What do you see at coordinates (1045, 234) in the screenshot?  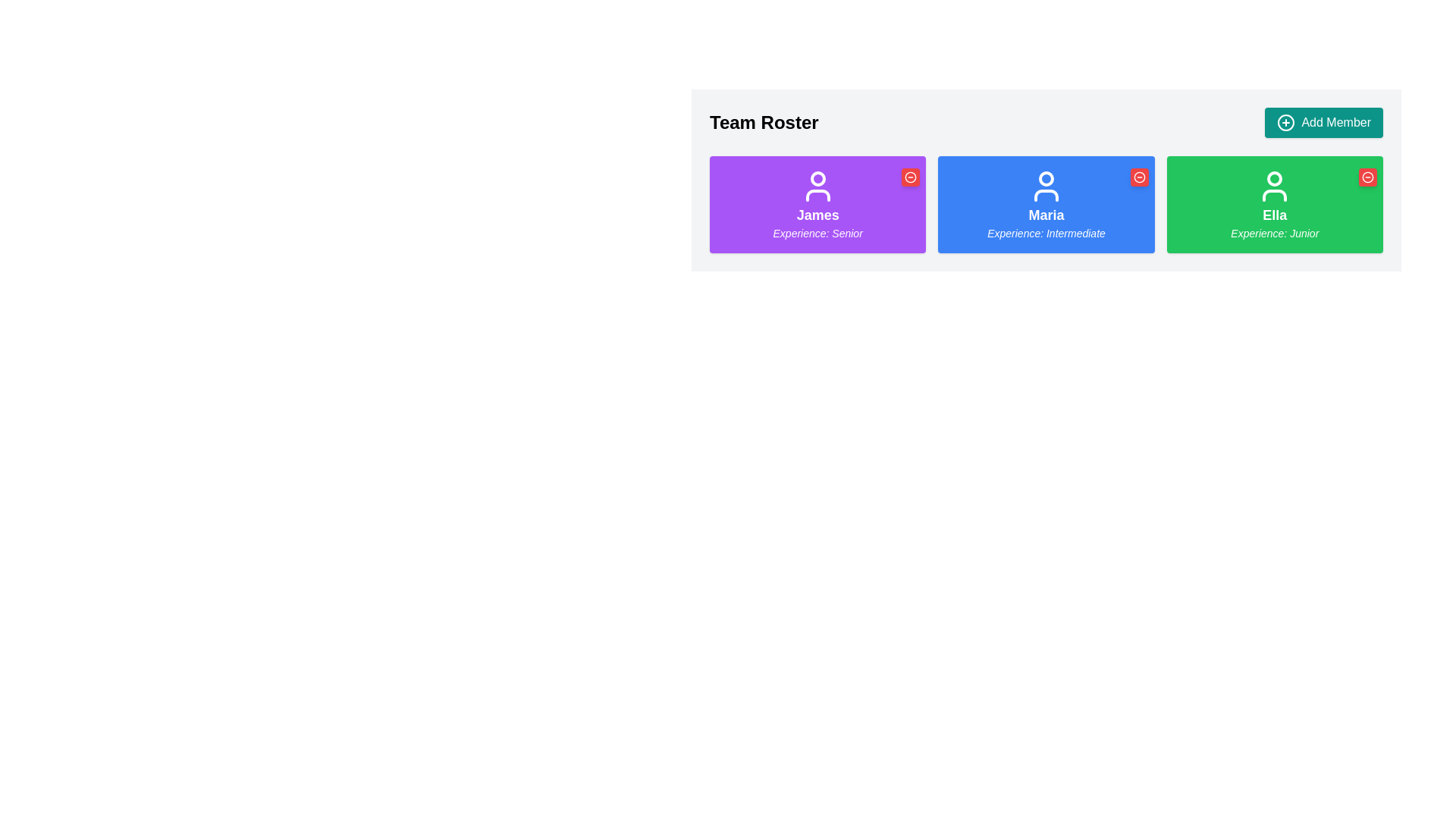 I see `the text label reading 'Experience: Intermediate', which is styled in italicized font and located below the name 'Maria' within a blue card layout` at bounding box center [1045, 234].